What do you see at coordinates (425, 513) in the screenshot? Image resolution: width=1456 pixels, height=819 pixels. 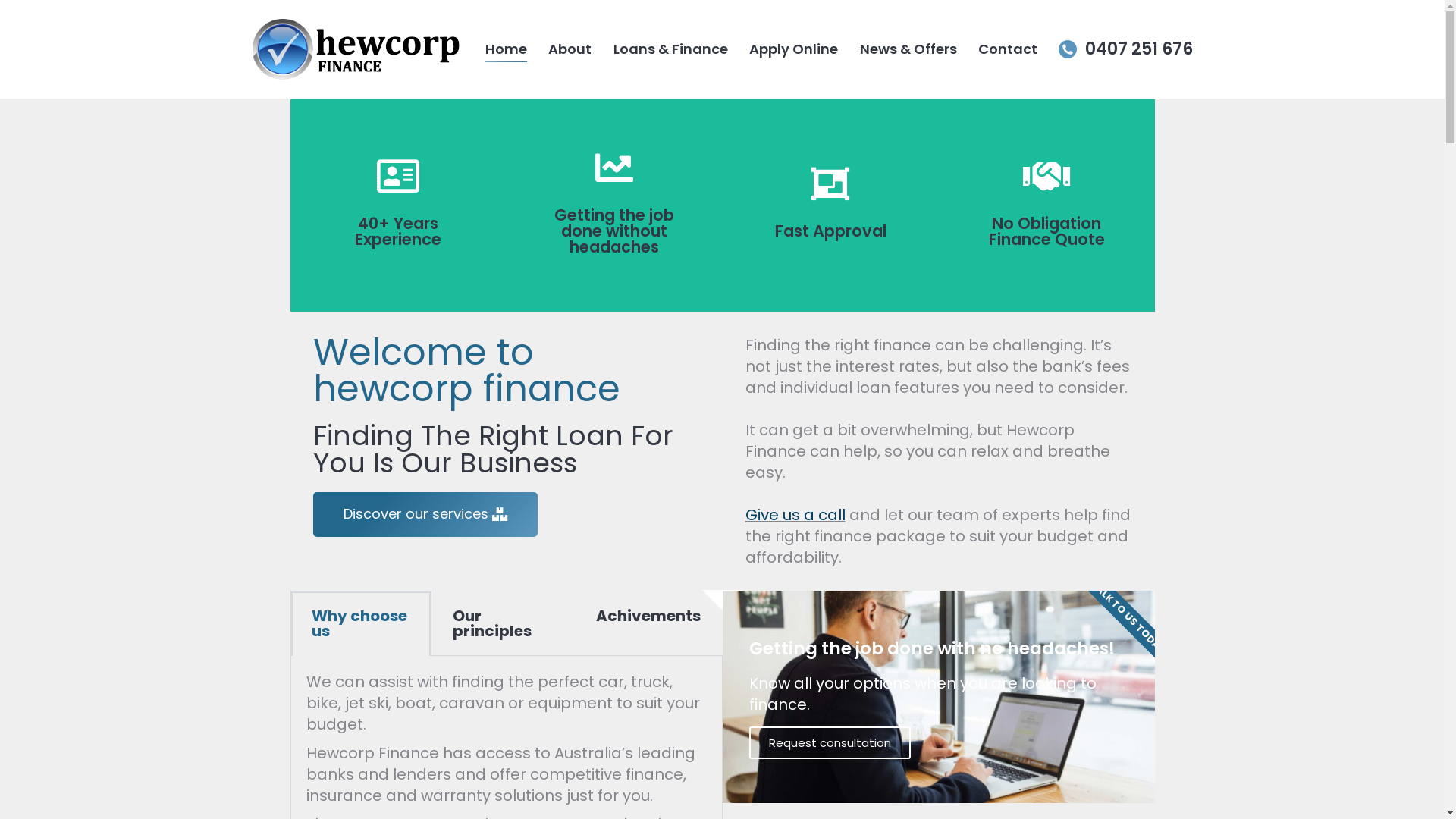 I see `'Discover our services'` at bounding box center [425, 513].